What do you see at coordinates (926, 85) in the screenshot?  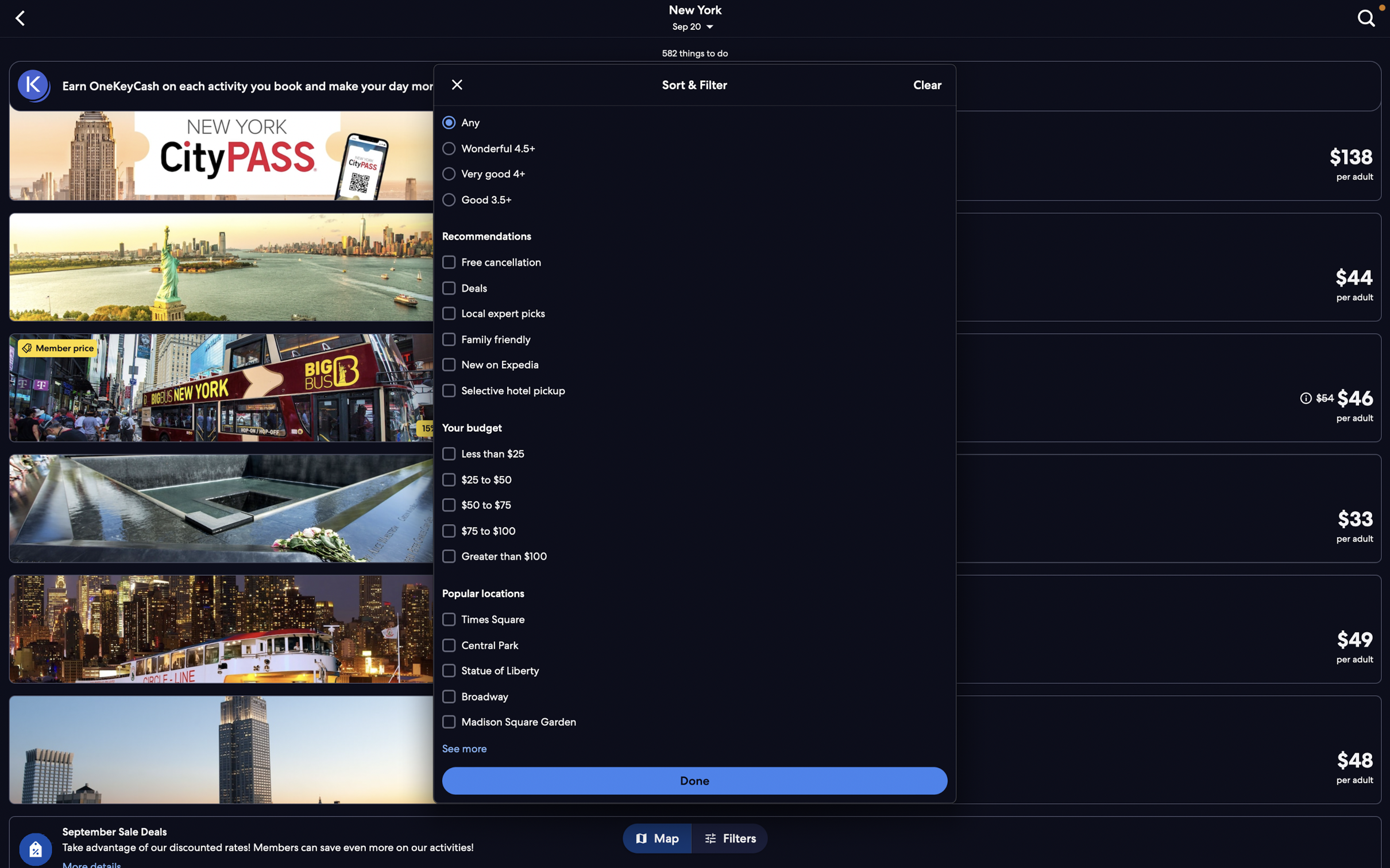 I see `Clear the selections` at bounding box center [926, 85].